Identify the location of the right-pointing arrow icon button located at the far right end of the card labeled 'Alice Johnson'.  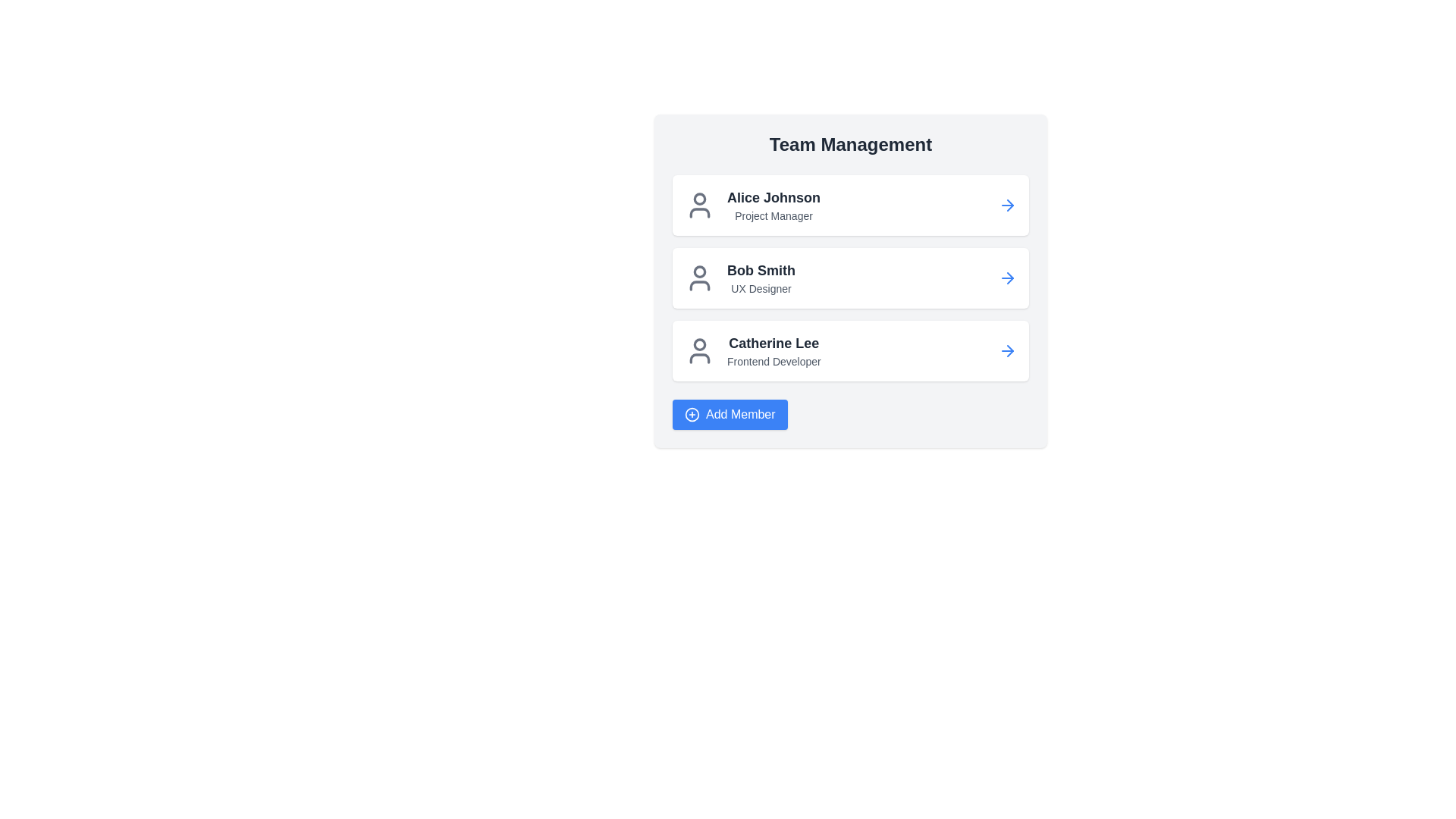
(1008, 205).